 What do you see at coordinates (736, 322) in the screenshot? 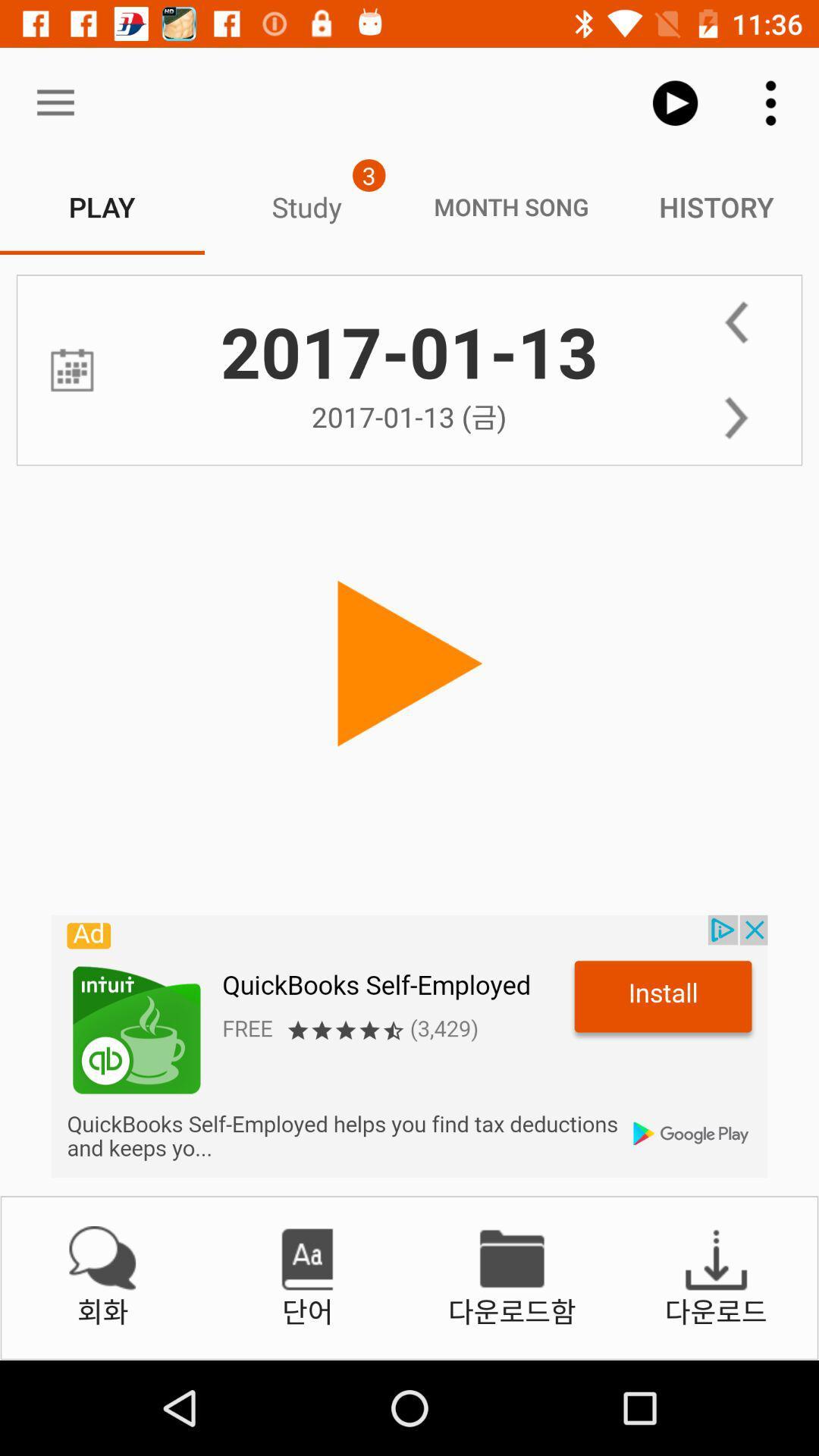
I see `back` at bounding box center [736, 322].